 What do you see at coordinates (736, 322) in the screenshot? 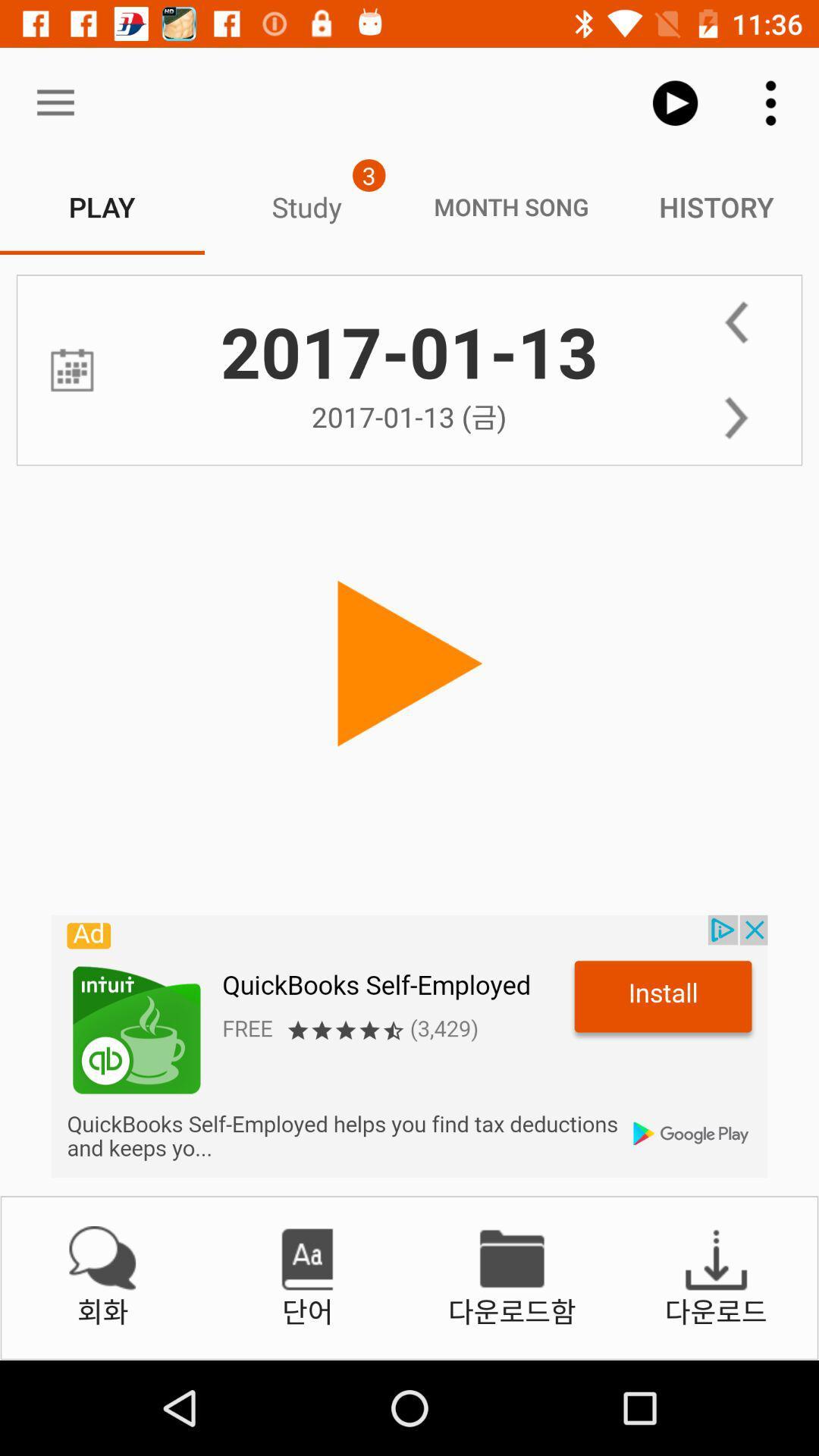
I see `back` at bounding box center [736, 322].